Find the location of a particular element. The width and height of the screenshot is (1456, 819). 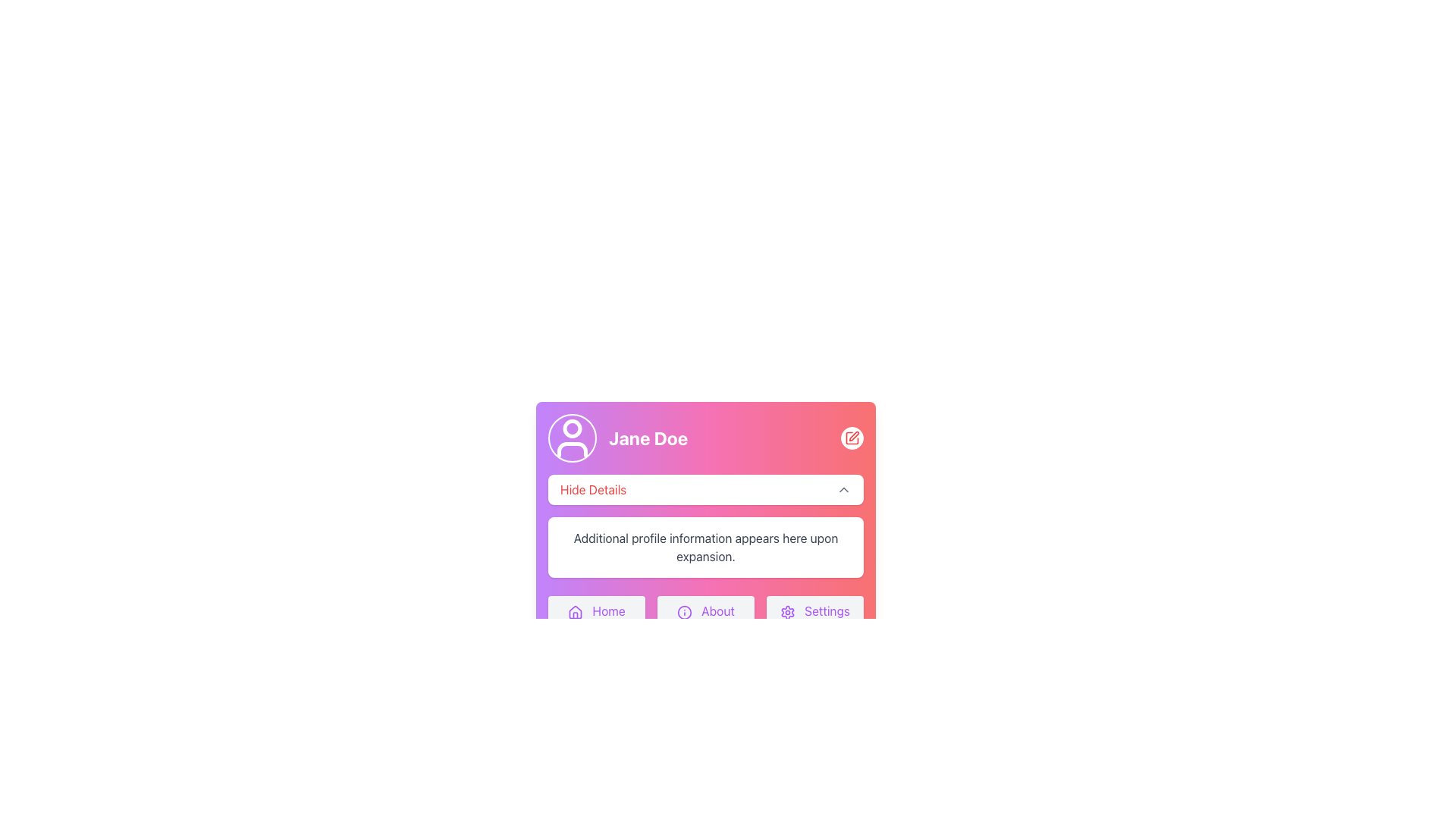

the gear icon within the 'Settings' button located in the bottom right corner of the profile card is located at coordinates (787, 611).